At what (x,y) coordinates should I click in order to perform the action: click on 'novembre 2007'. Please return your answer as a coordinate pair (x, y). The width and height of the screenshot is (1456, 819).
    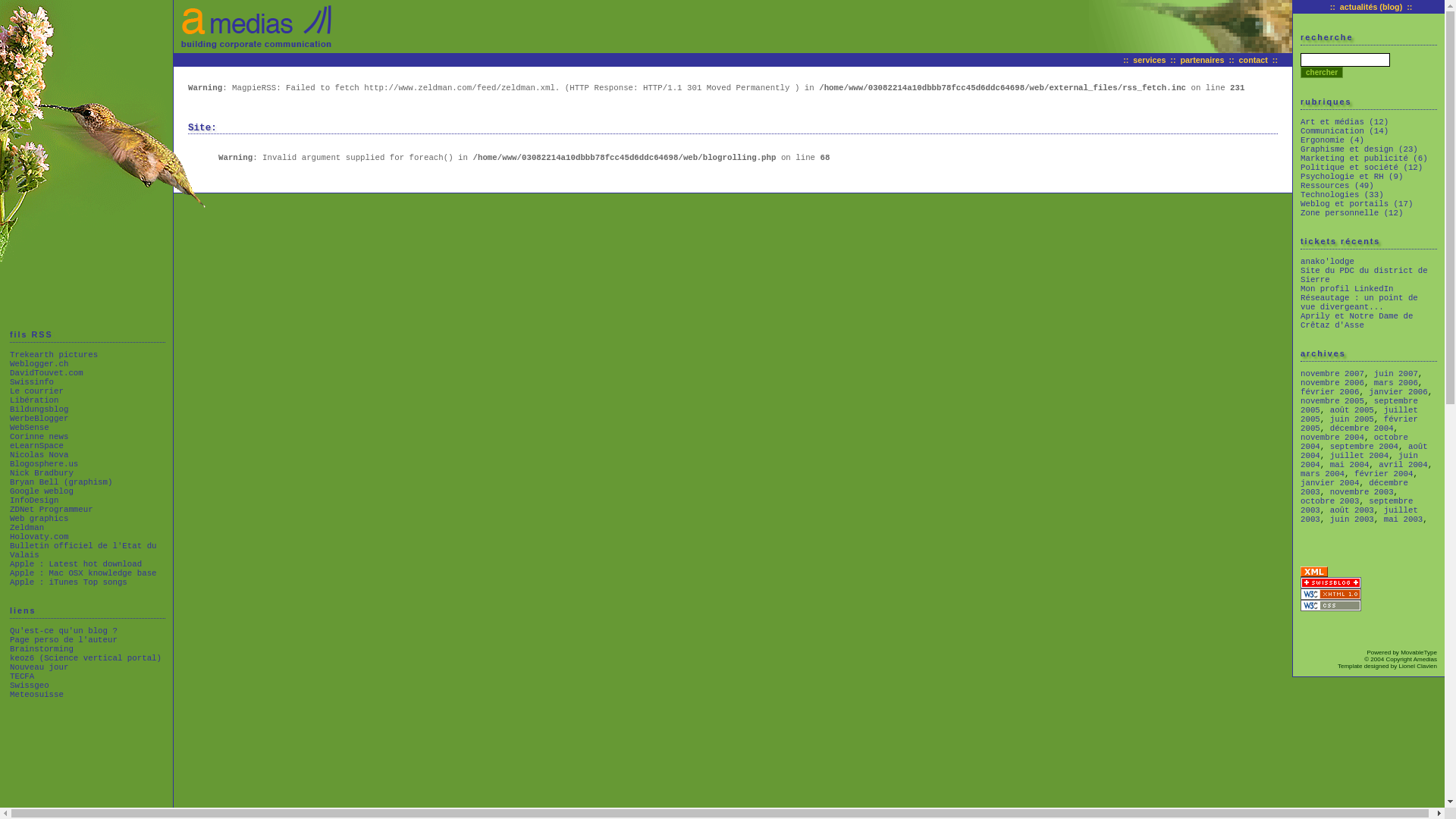
    Looking at the image, I should click on (1331, 374).